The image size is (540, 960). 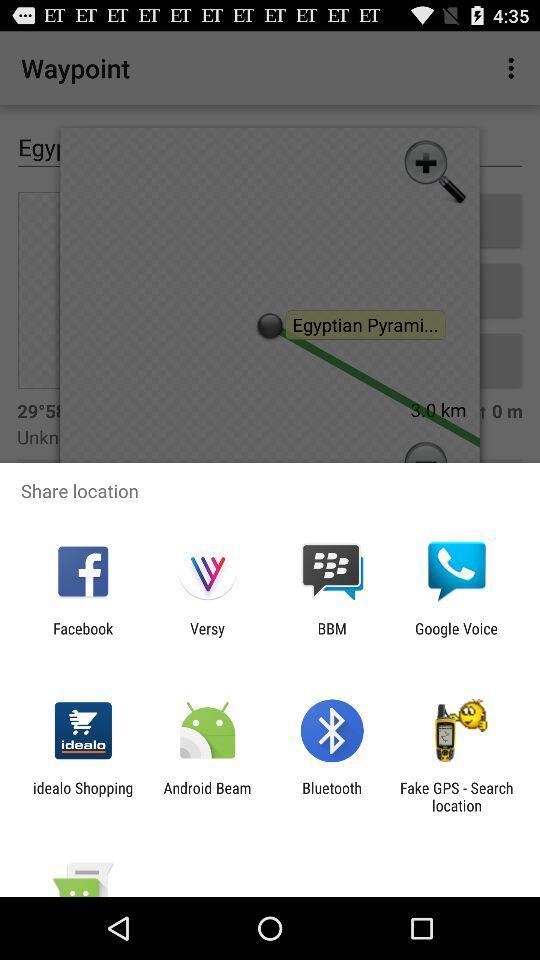 What do you see at coordinates (82, 796) in the screenshot?
I see `the idealo shopping app` at bounding box center [82, 796].